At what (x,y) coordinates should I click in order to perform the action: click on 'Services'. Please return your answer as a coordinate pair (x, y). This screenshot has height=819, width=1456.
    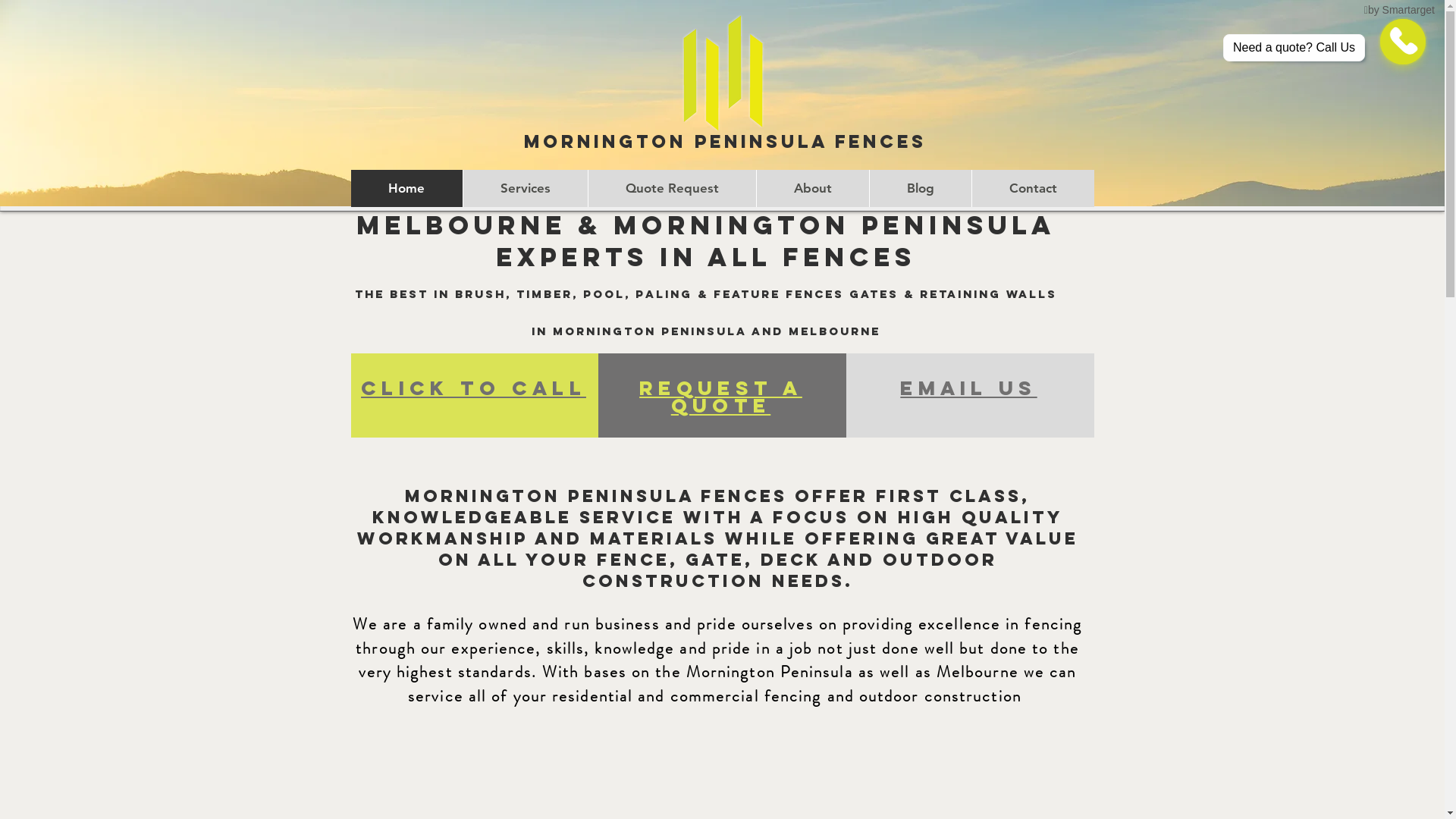
    Looking at the image, I should click on (525, 187).